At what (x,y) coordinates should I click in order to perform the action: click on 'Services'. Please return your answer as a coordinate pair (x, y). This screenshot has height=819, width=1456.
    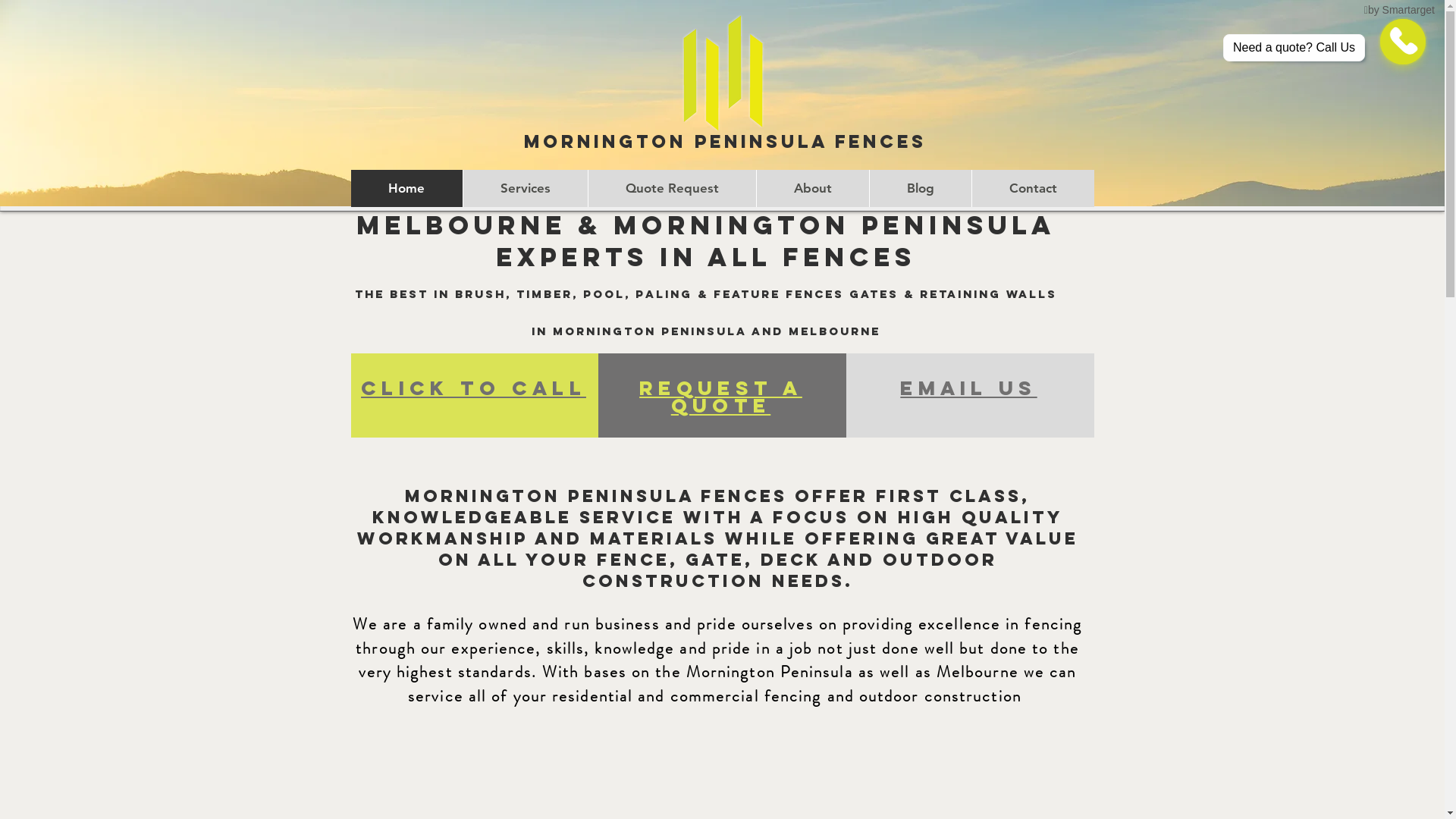
    Looking at the image, I should click on (525, 187).